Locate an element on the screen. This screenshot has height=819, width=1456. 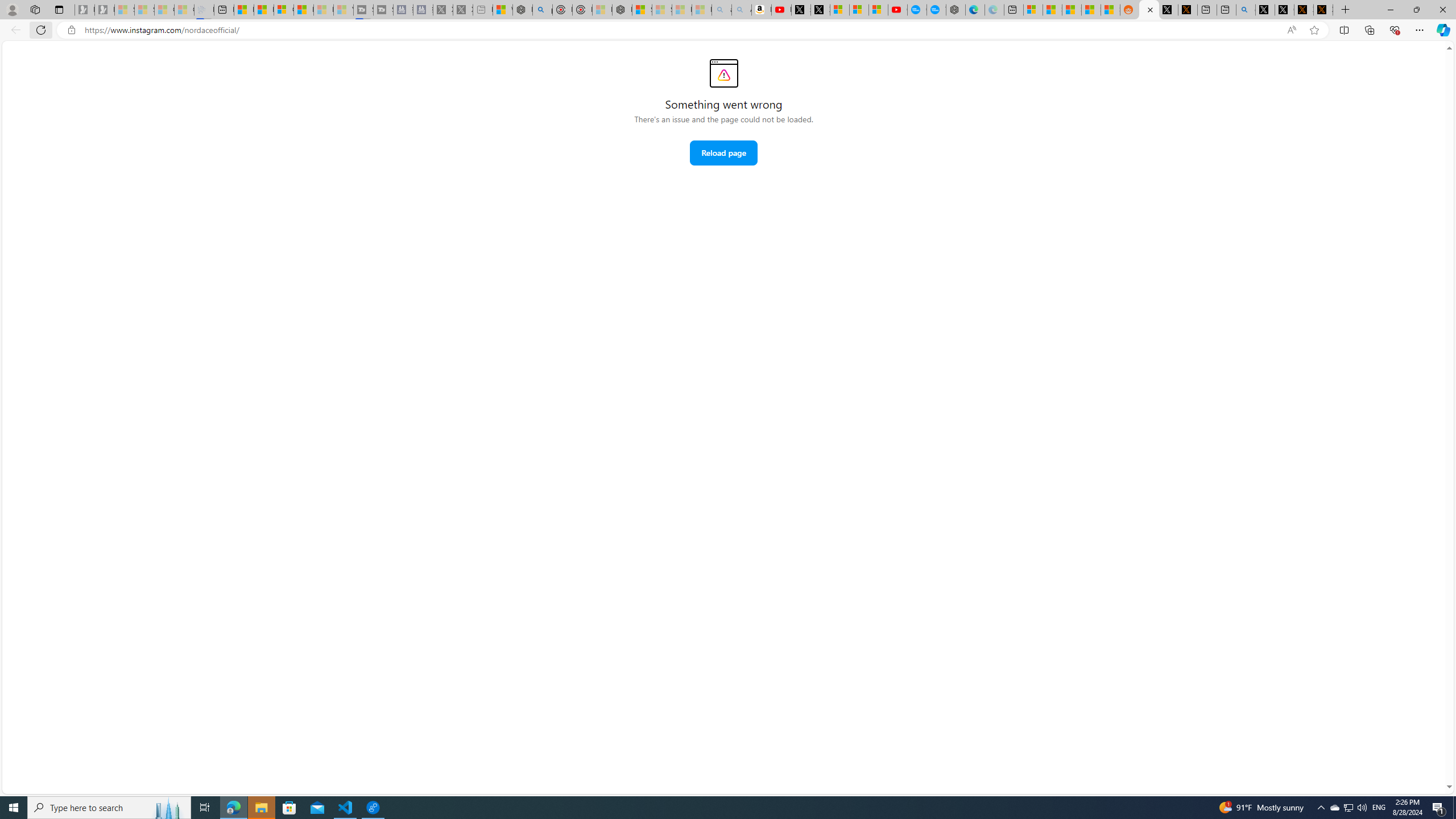
'Newsletter Sign Up - Sleeping' is located at coordinates (104, 9).